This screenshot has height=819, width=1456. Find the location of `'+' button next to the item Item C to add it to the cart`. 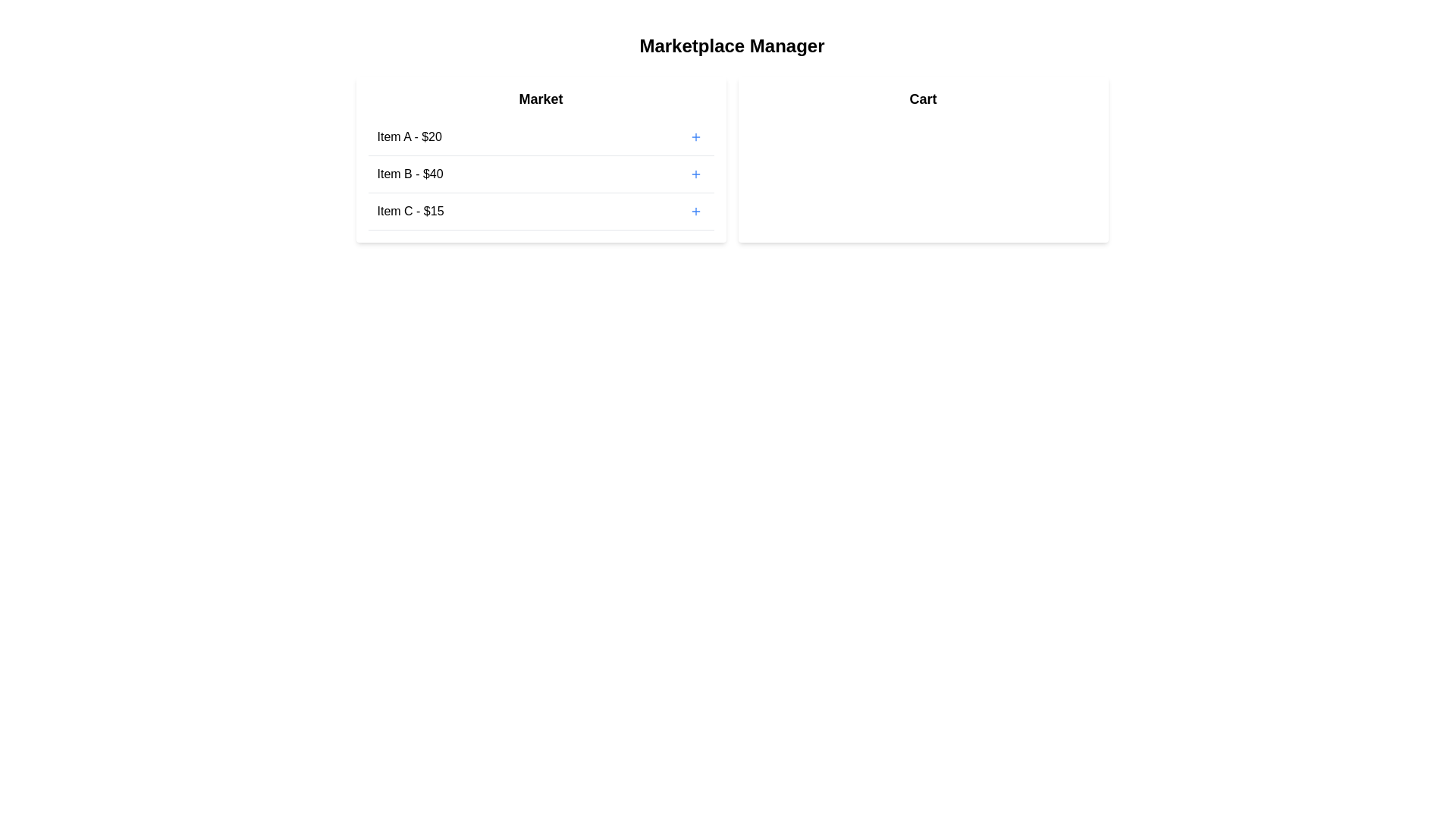

'+' button next to the item Item C to add it to the cart is located at coordinates (695, 211).